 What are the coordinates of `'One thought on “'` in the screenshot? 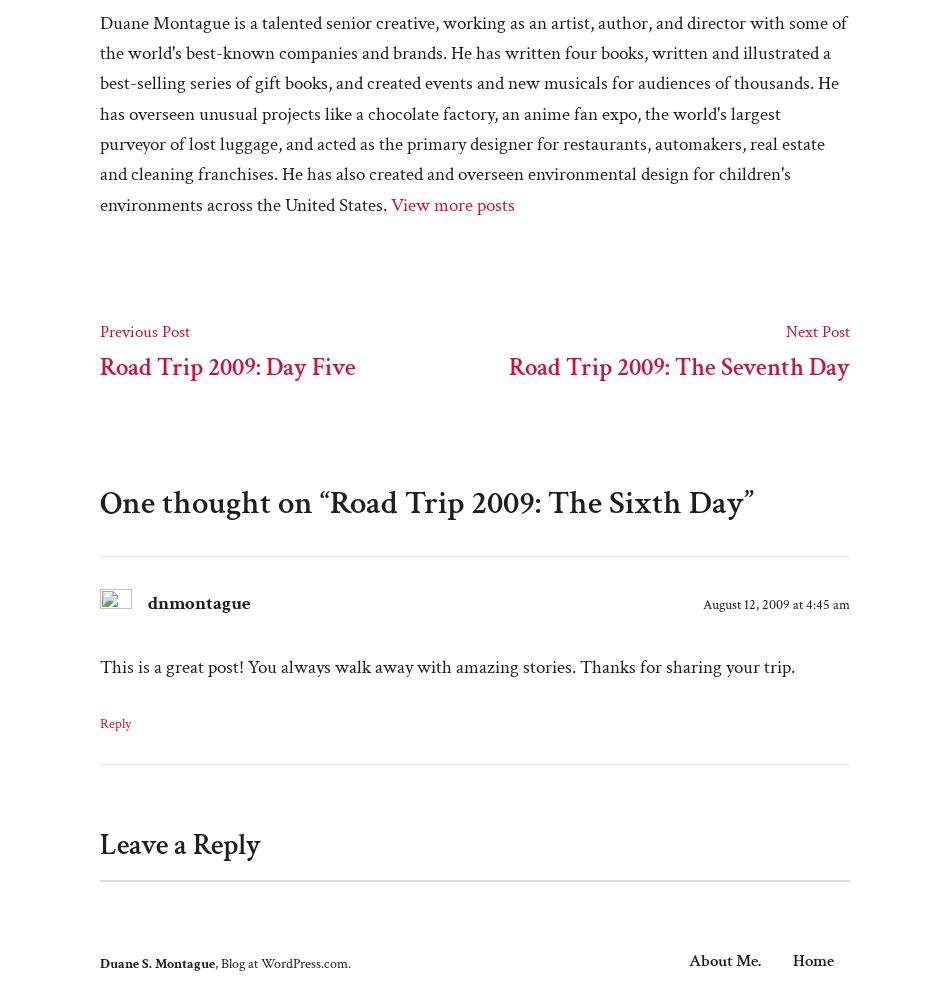 It's located at (214, 501).